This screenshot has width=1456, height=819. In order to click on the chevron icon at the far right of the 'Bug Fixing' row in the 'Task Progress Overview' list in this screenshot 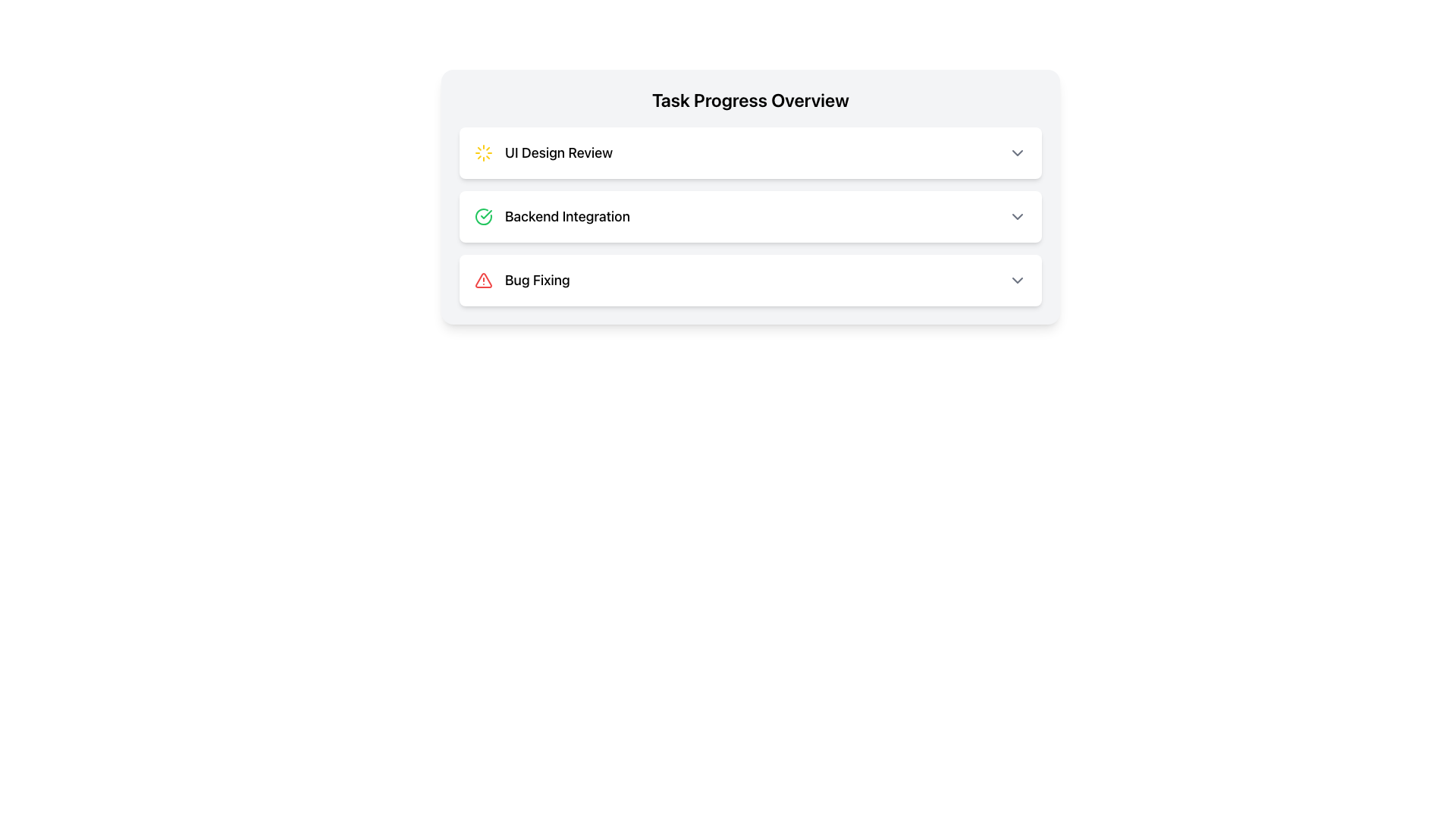, I will do `click(1018, 281)`.